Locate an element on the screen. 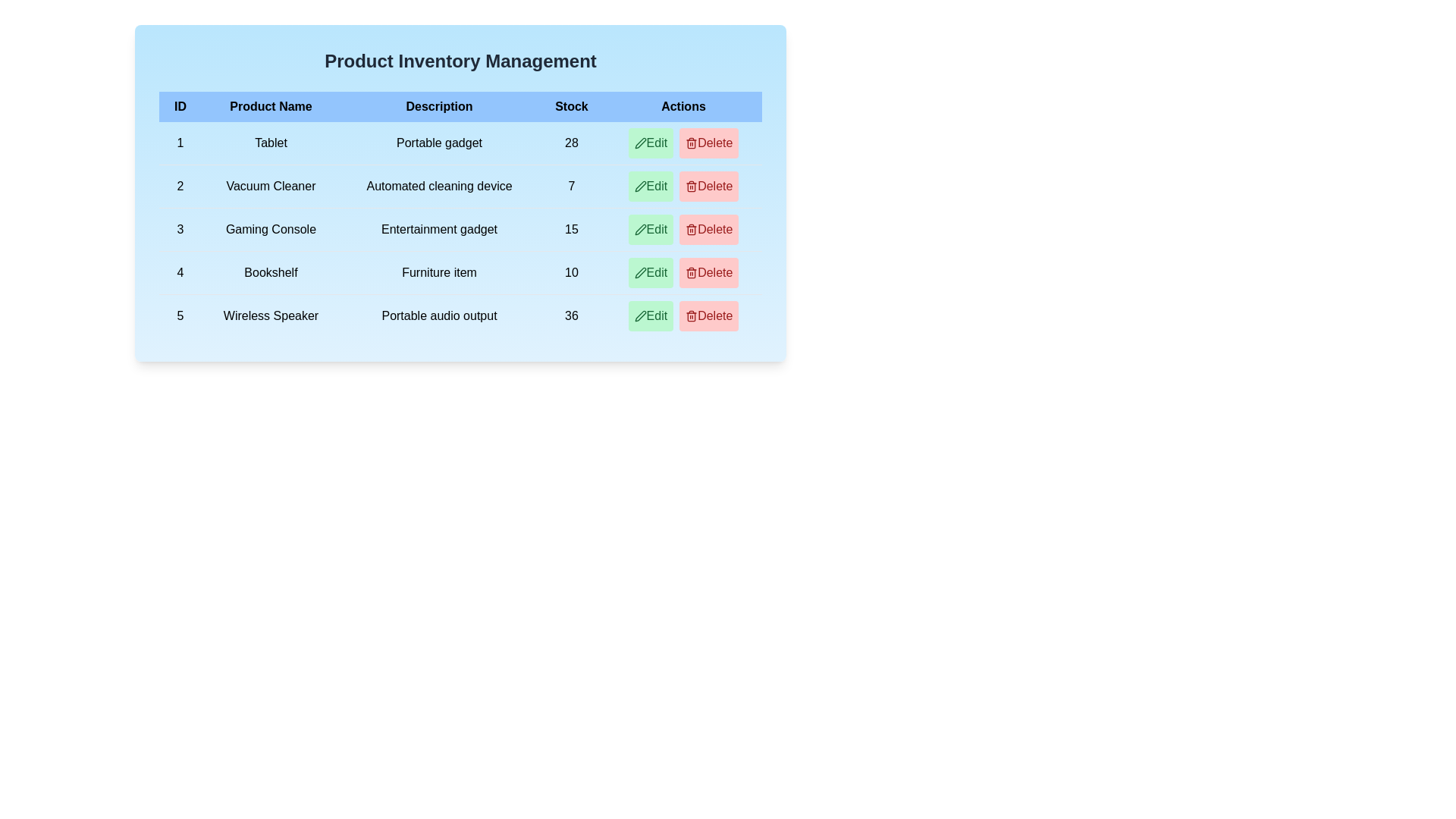 This screenshot has width=1456, height=819. the non-interactive label indicating the product name located in the second cell of the fifth row of the inventory table, which is positioned to the right of the '5' cell and to the left of the 'Description' column's cell 'Portable audio output' is located at coordinates (271, 315).